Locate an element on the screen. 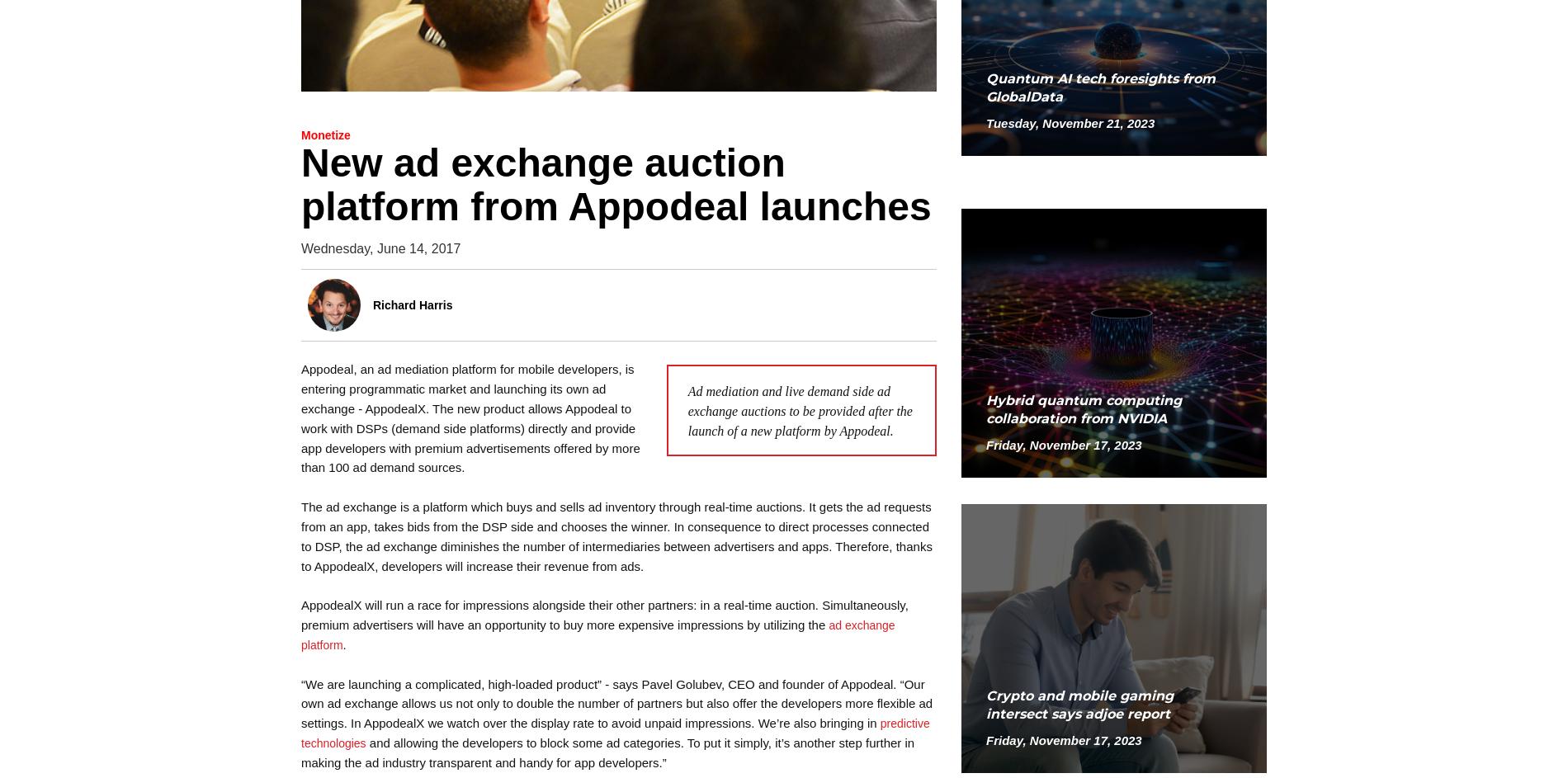 This screenshot has width=1568, height=778. 'and allowing the developers to block some ad categories. To put it simply, it’s another step further in making the ad industry transparent and handy for app developers.”' is located at coordinates (607, 752).